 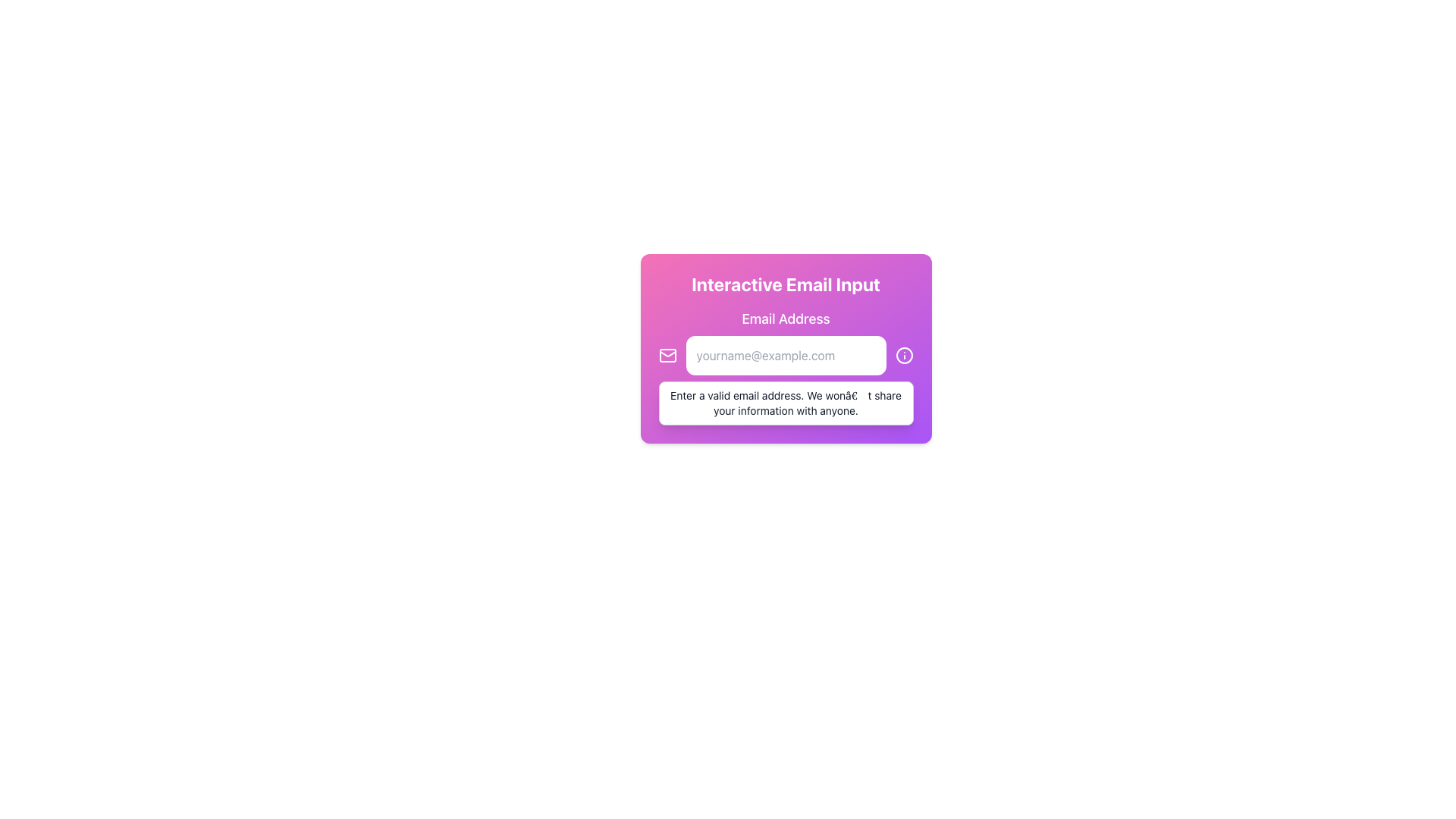 What do you see at coordinates (904, 356) in the screenshot?
I see `the circular part of the 'info' icon located on the right side of the email input box` at bounding box center [904, 356].